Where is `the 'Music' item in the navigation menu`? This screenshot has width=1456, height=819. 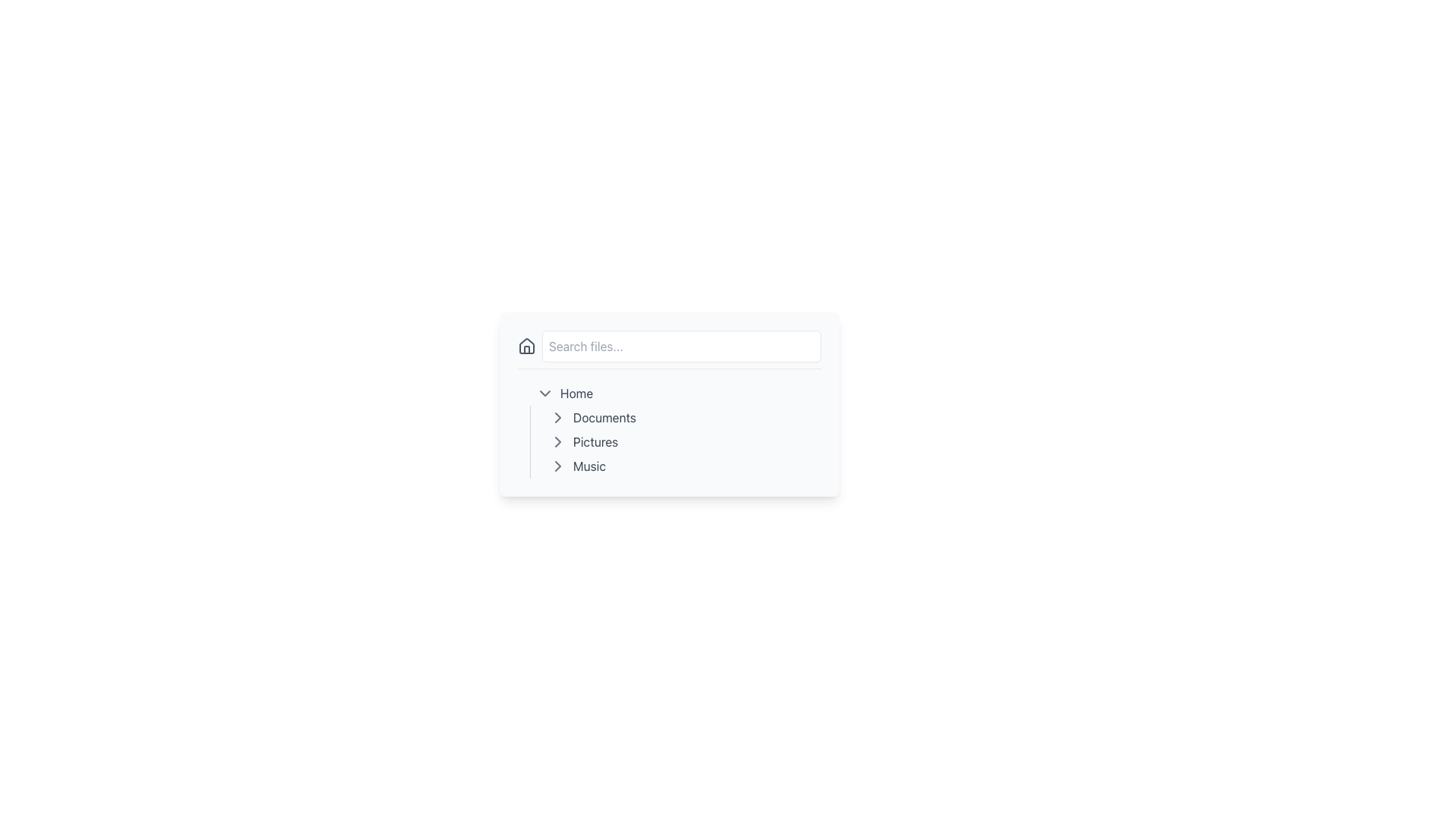 the 'Music' item in the navigation menu is located at coordinates (681, 465).